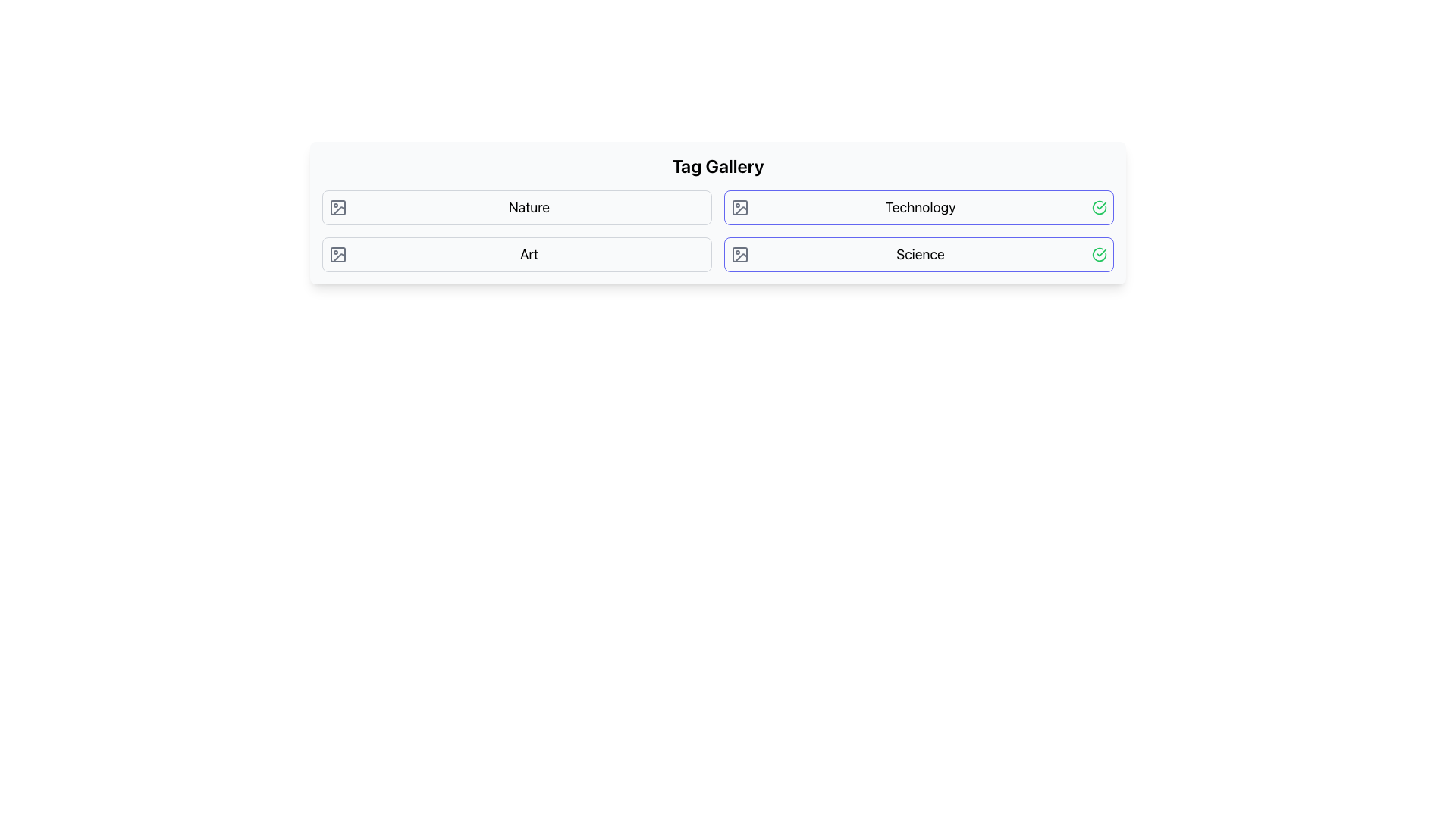  I want to click on the rectangular icon with rounded corners that represents an image placeholder, located within the 'Technology' button, which is above 'Science' and to the right of 'Nature', so click(739, 207).